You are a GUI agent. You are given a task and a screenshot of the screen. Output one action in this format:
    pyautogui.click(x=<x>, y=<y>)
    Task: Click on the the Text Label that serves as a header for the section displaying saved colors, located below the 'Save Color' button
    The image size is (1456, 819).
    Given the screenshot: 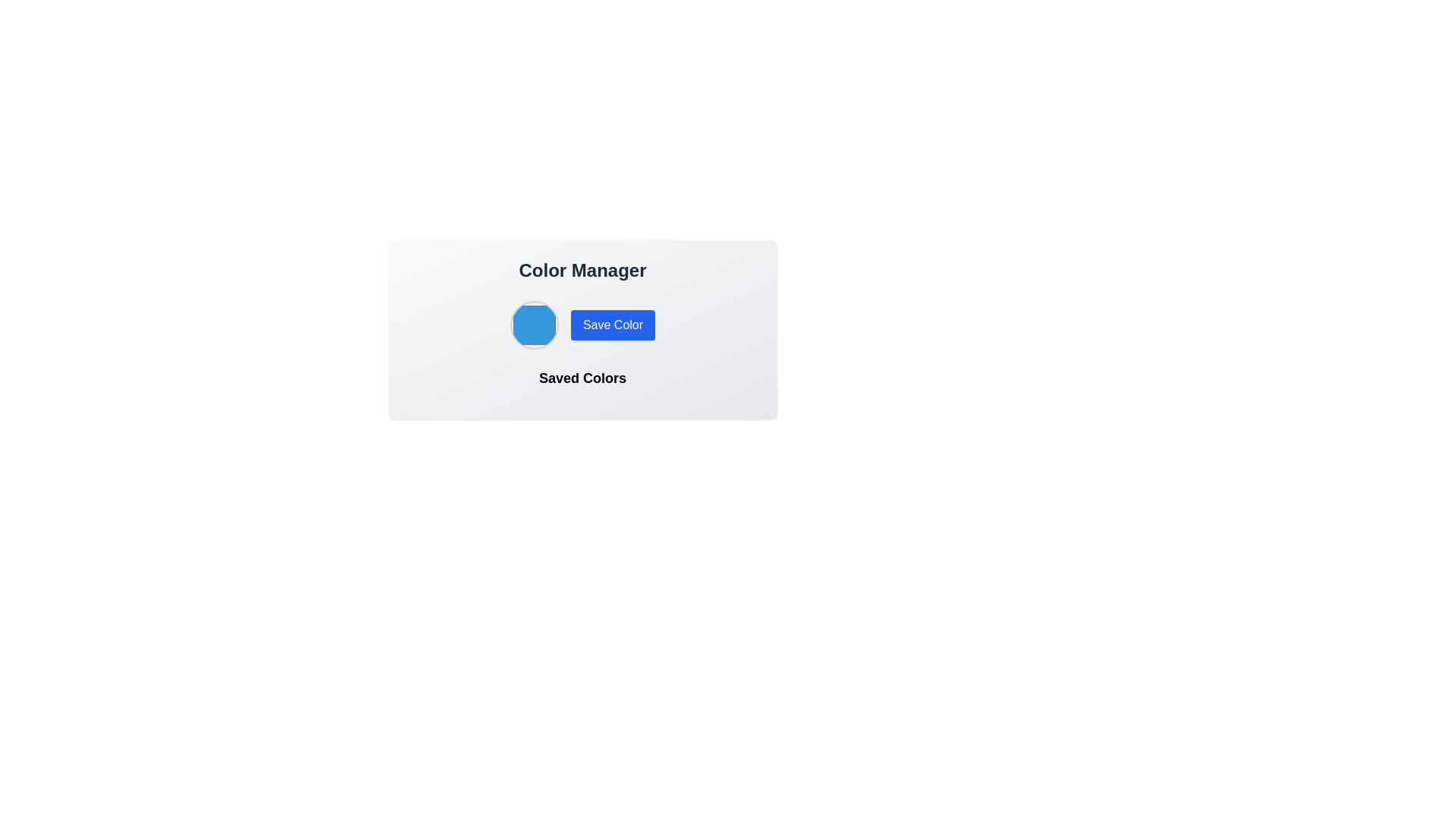 What is the action you would take?
    pyautogui.click(x=582, y=383)
    